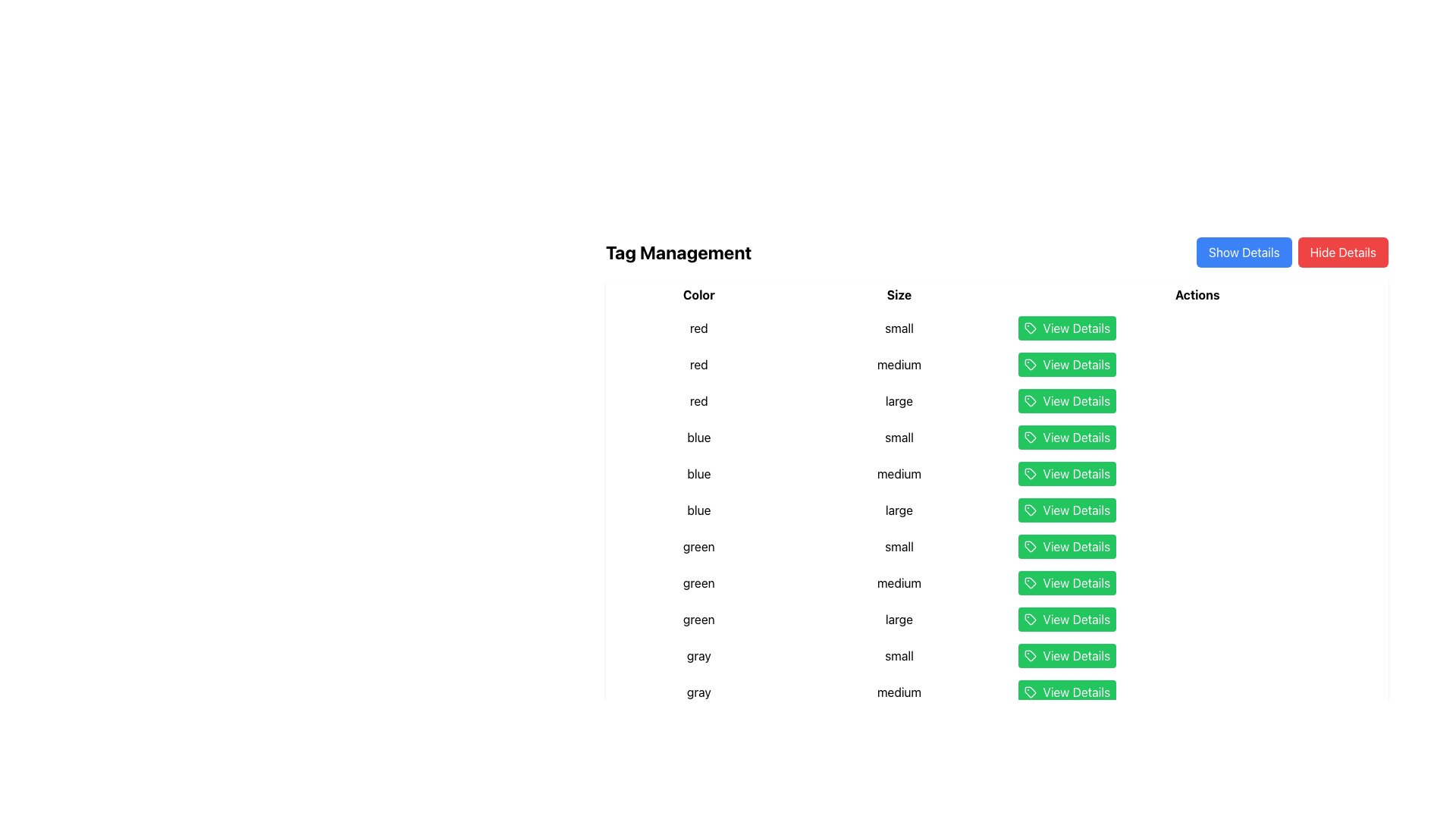 The image size is (1456, 819). What do you see at coordinates (1031, 400) in the screenshot?
I see `the tag icon within the 'View Details' button located in the 'Actions' column of the table row associated with the color 'blue' and size 'large'` at bounding box center [1031, 400].